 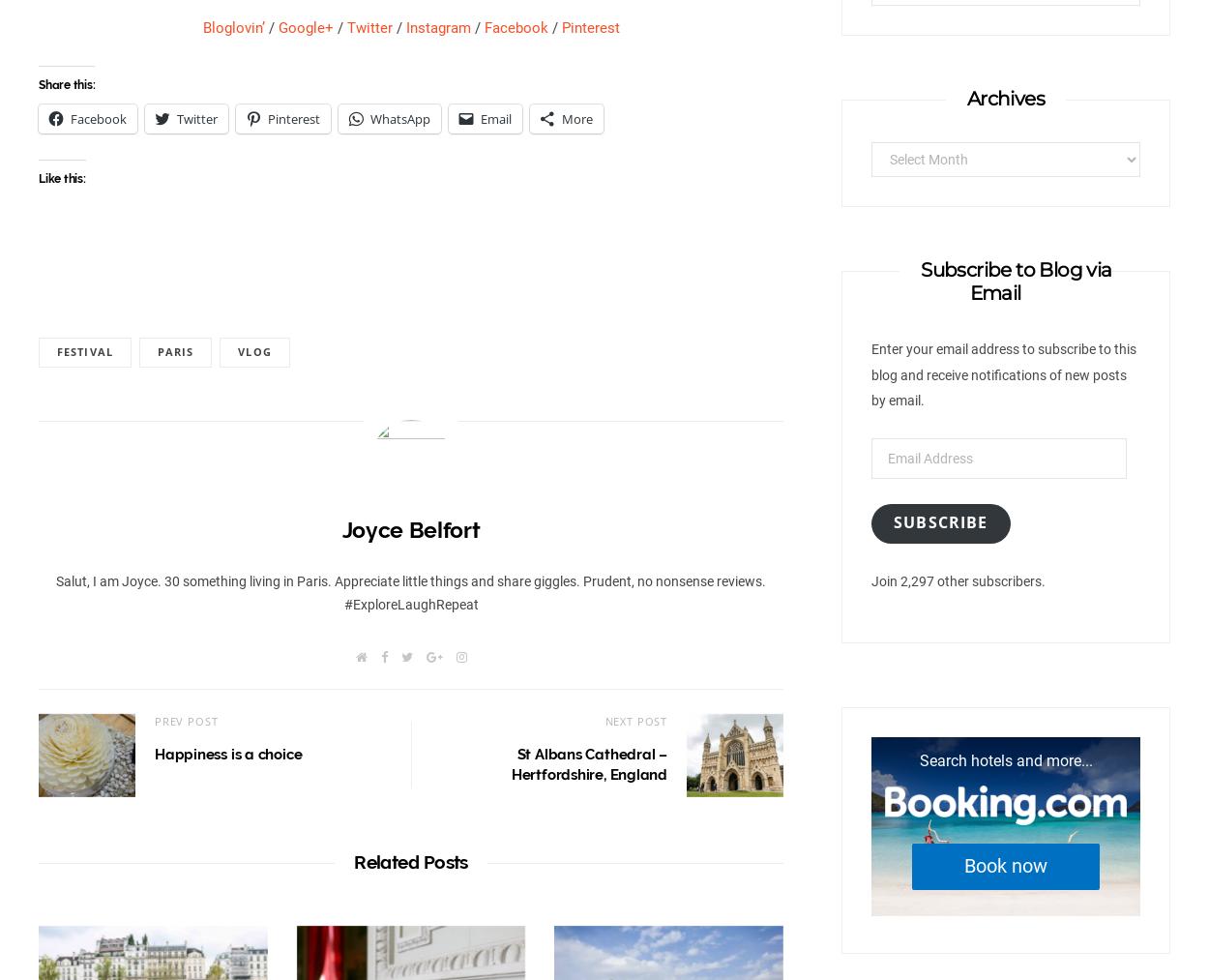 I want to click on 'Festival', so click(x=83, y=351).